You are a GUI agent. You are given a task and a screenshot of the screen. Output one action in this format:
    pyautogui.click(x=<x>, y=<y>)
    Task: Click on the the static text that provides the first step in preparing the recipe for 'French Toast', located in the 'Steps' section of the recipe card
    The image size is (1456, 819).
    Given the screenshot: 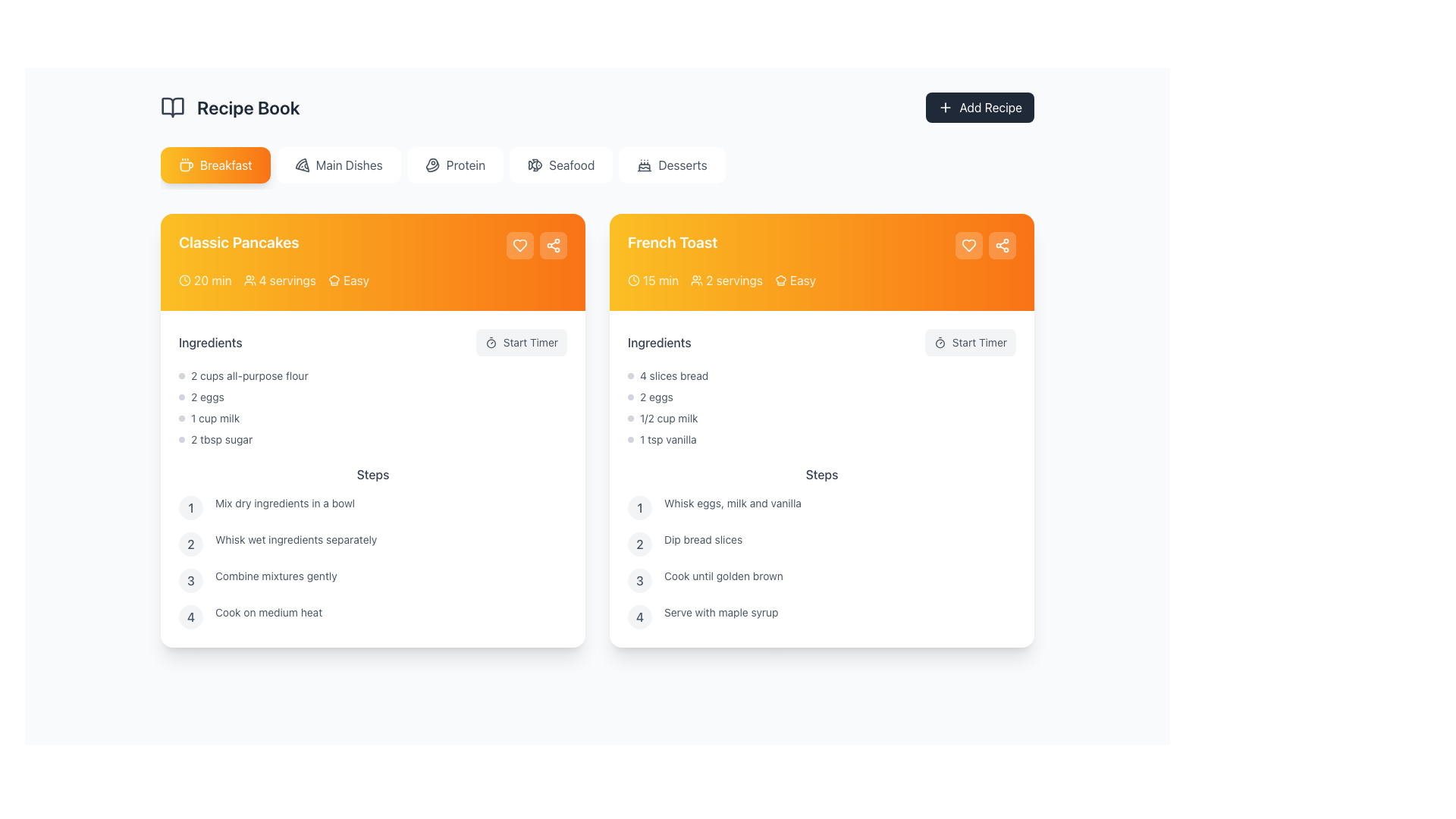 What is the action you would take?
    pyautogui.click(x=733, y=508)
    